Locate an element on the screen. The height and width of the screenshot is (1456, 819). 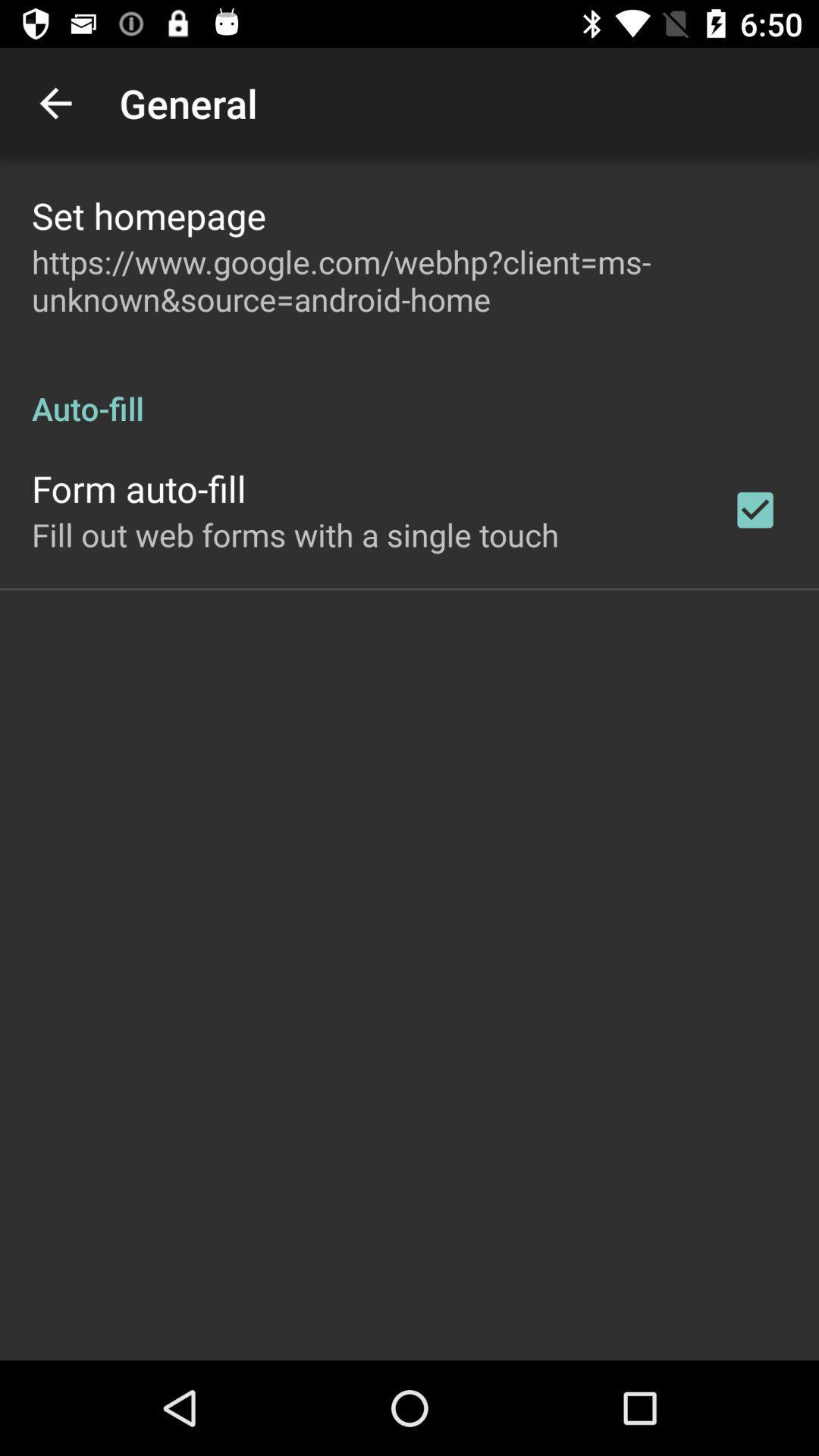
the item next to the fill out web is located at coordinates (755, 510).